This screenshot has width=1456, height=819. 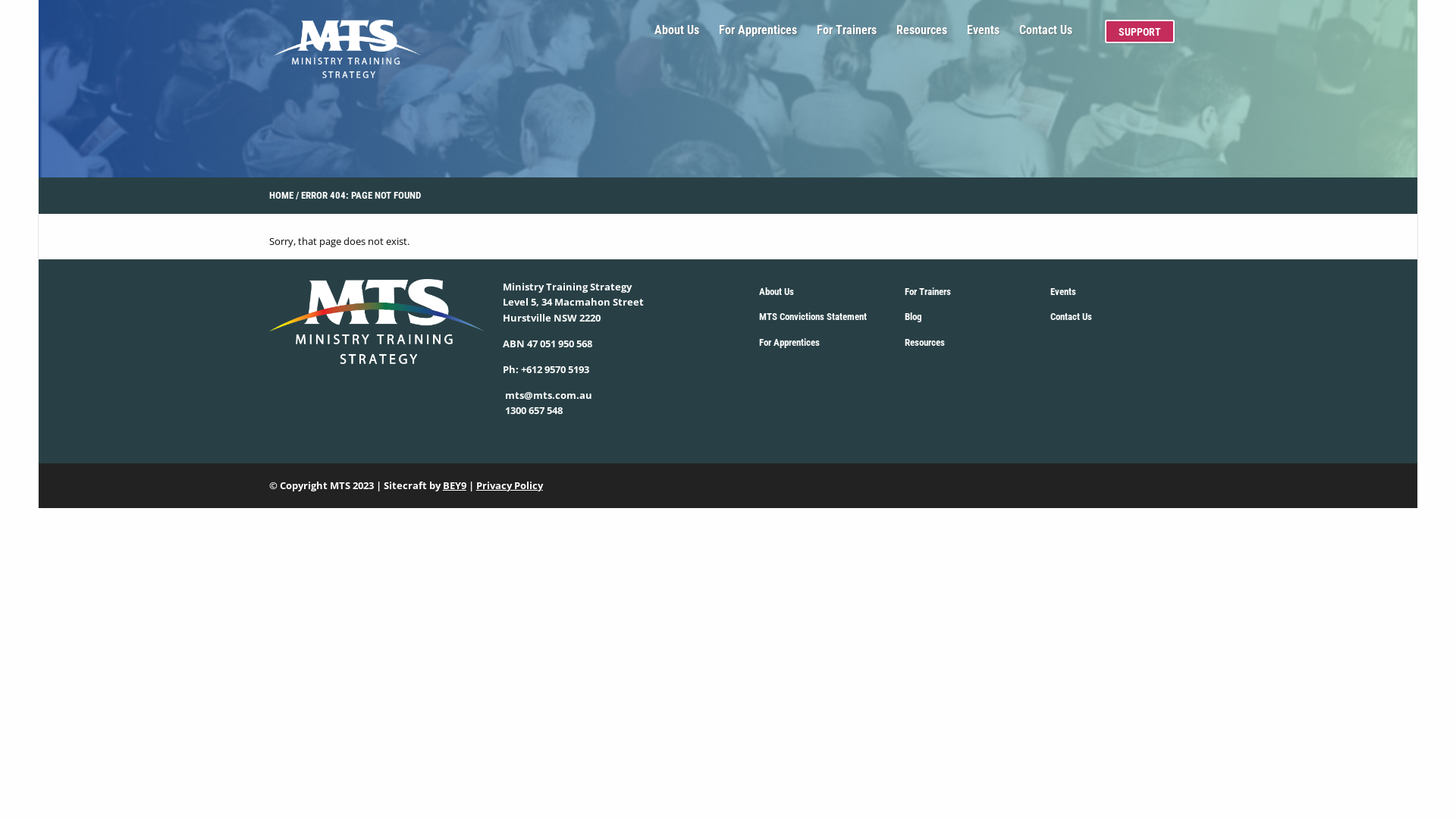 What do you see at coordinates (1062, 292) in the screenshot?
I see `'Events'` at bounding box center [1062, 292].